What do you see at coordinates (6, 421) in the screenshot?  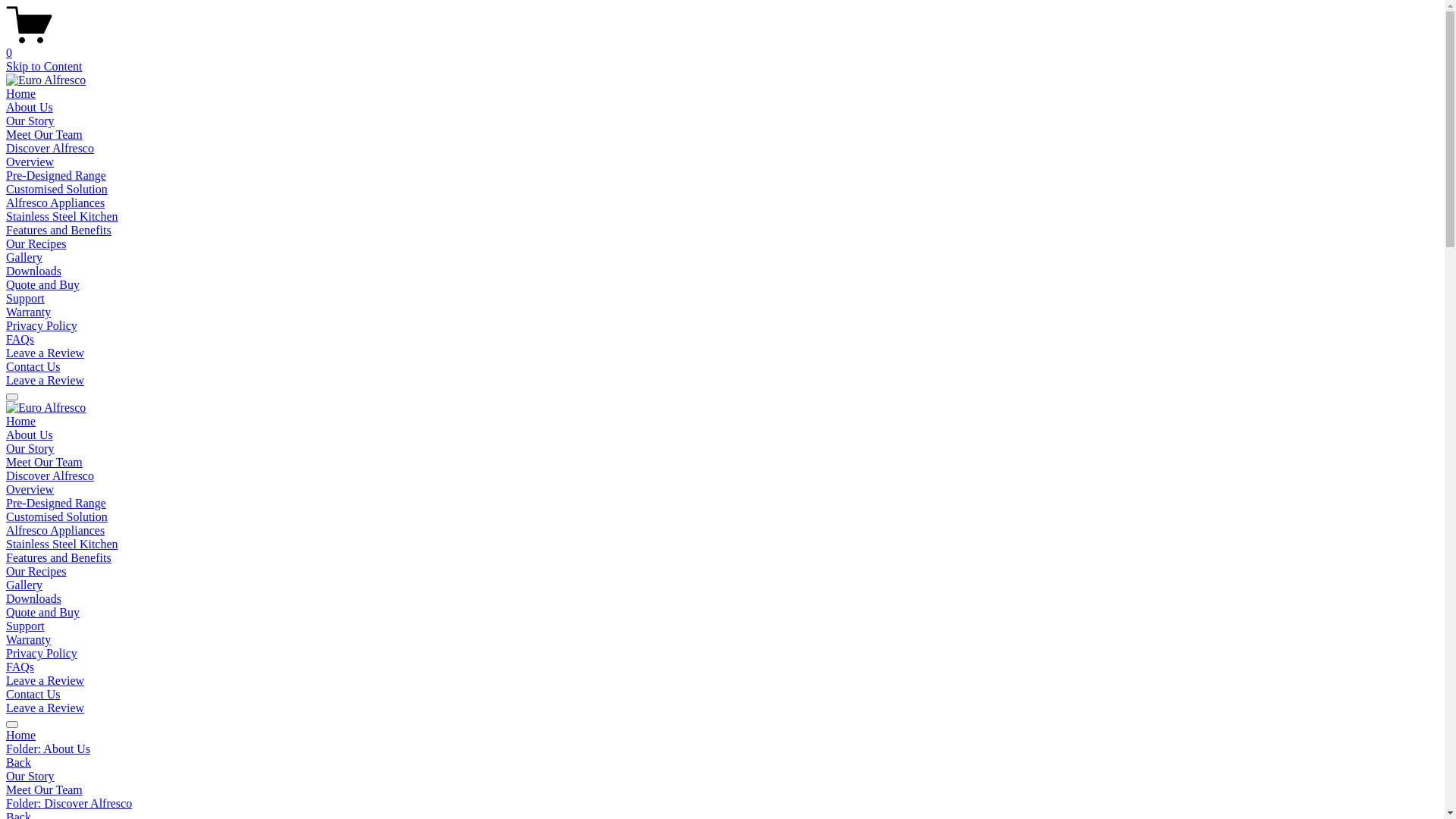 I see `'Home'` at bounding box center [6, 421].